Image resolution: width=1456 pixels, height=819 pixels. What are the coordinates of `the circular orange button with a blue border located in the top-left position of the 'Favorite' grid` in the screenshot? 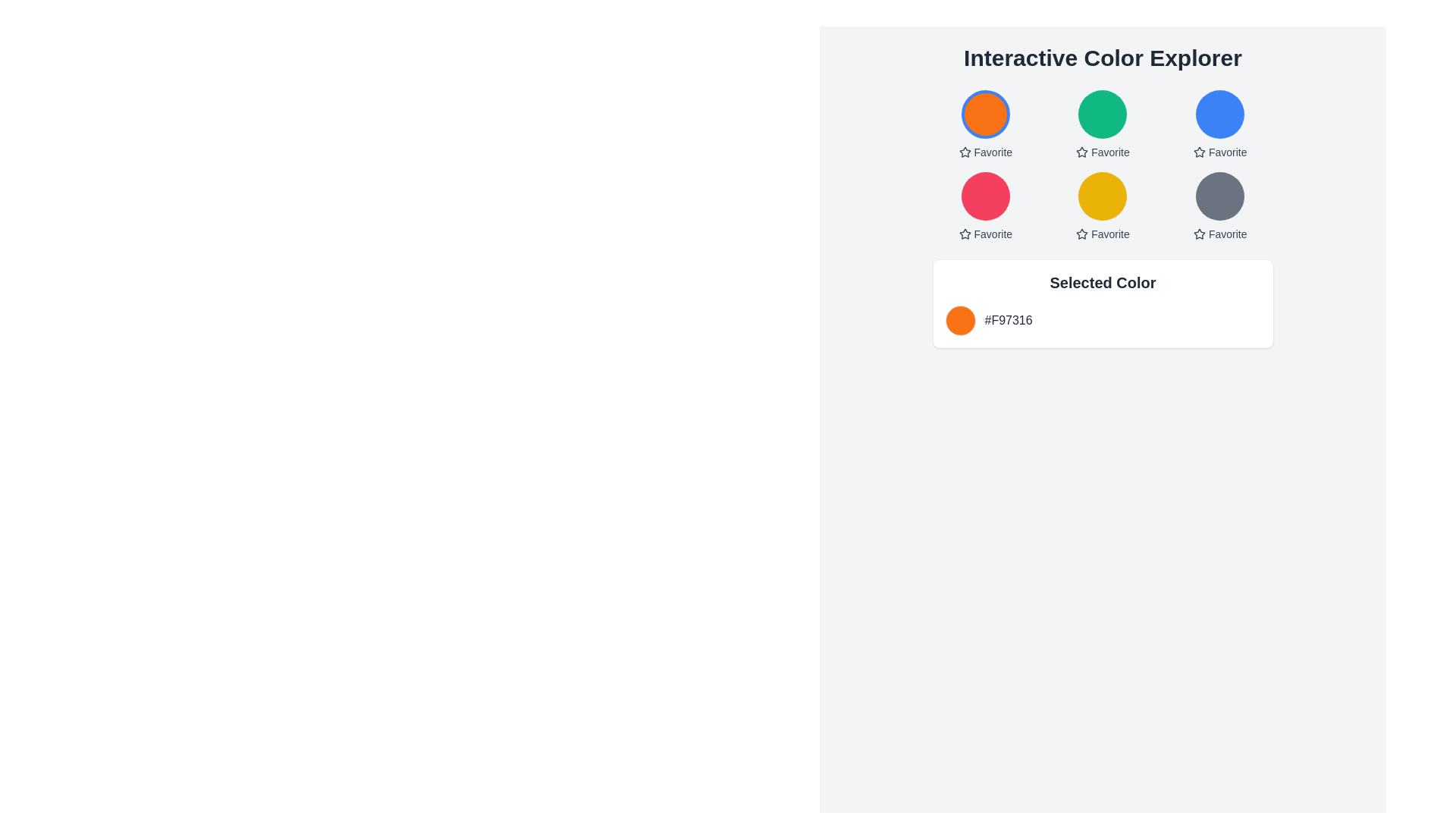 It's located at (985, 113).